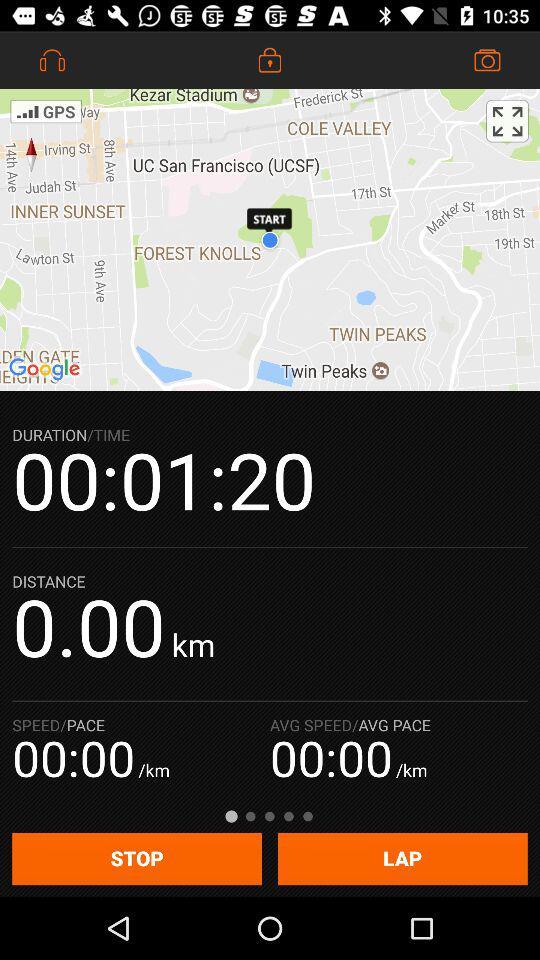  Describe the element at coordinates (30, 153) in the screenshot. I see `the explore icon` at that location.